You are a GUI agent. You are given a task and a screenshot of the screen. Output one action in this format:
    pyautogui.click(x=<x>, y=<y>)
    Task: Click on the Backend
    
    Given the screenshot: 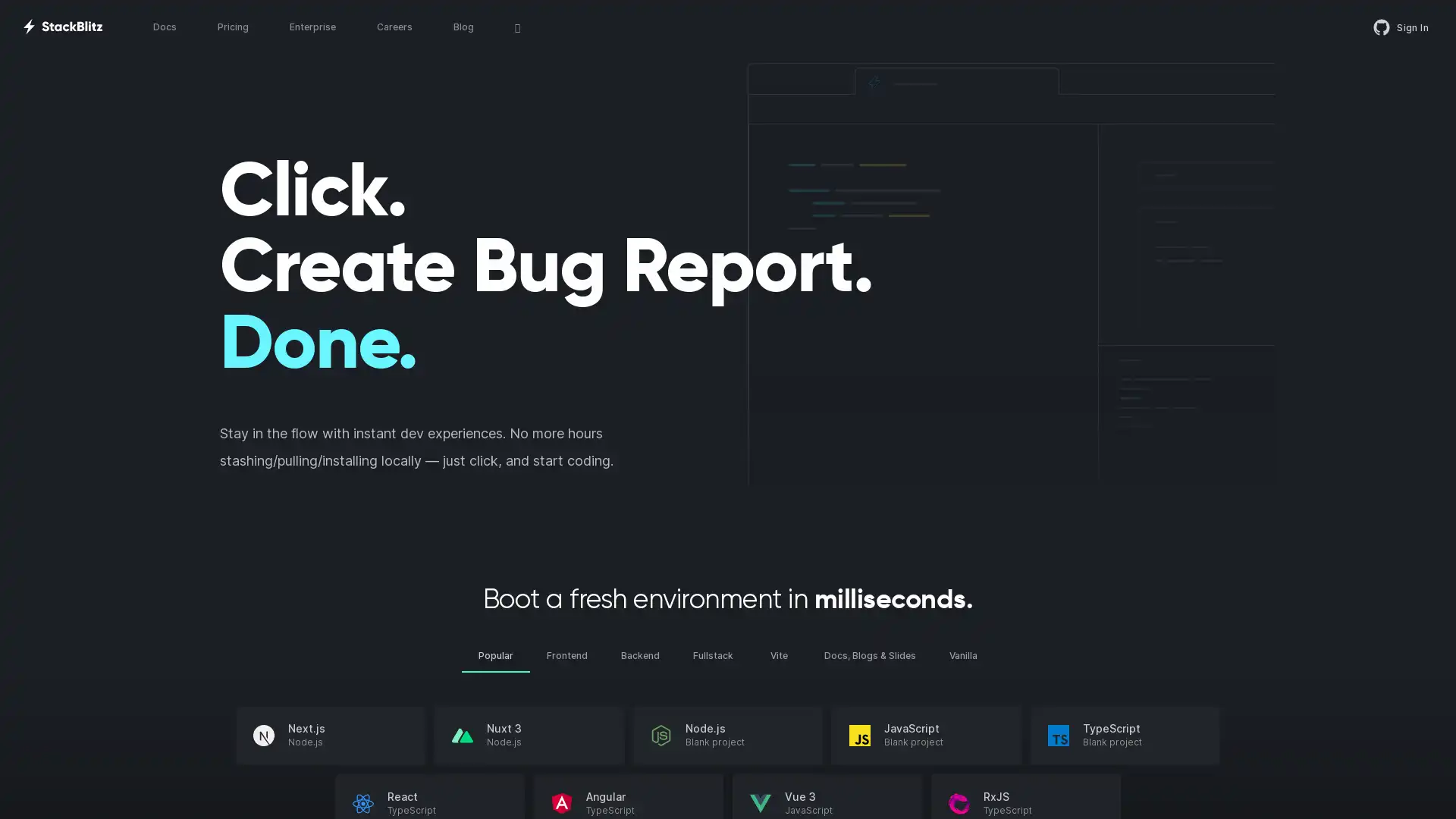 What is the action you would take?
    pyautogui.click(x=640, y=654)
    